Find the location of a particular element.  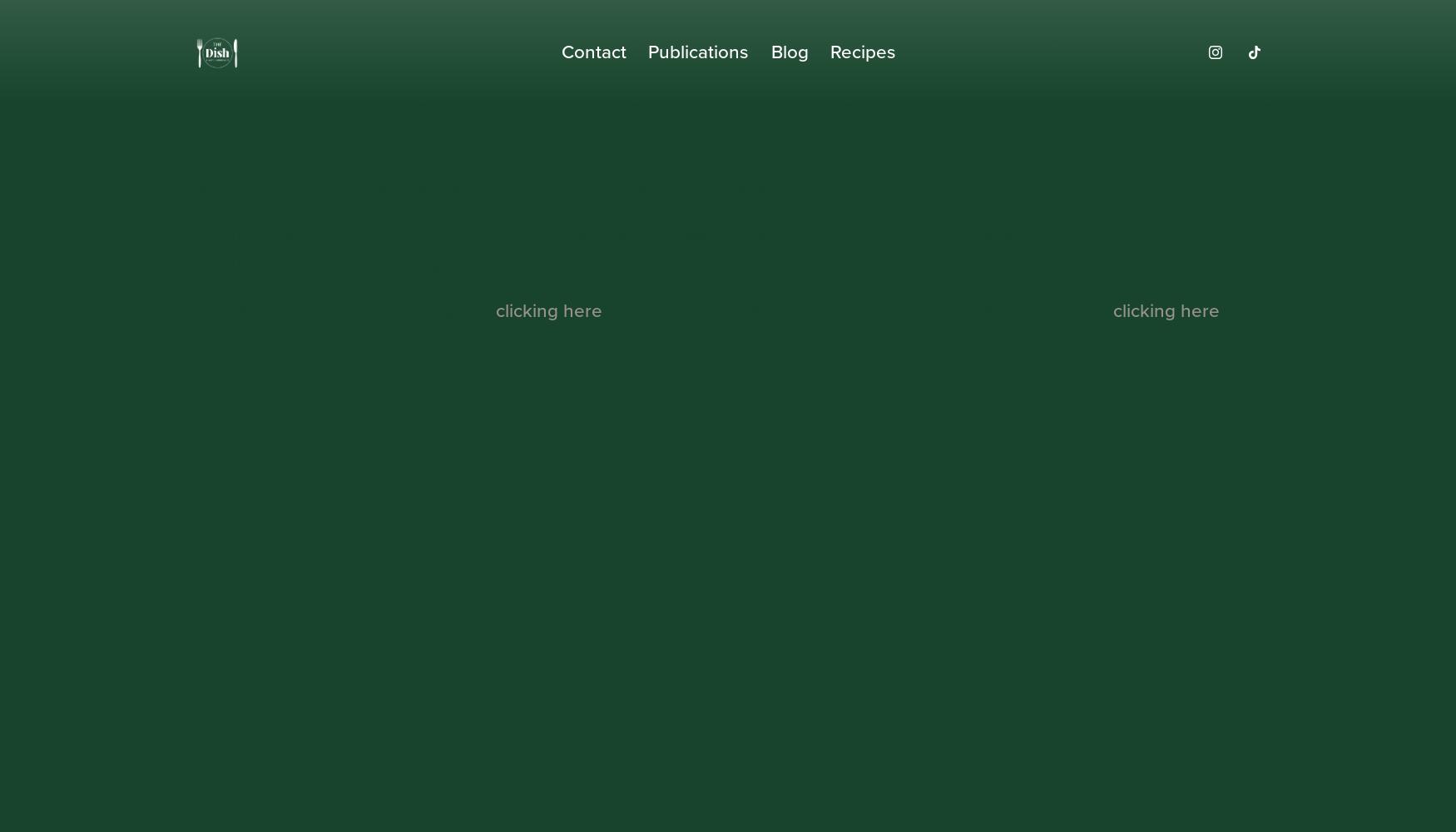

'.' is located at coordinates (1221, 310).